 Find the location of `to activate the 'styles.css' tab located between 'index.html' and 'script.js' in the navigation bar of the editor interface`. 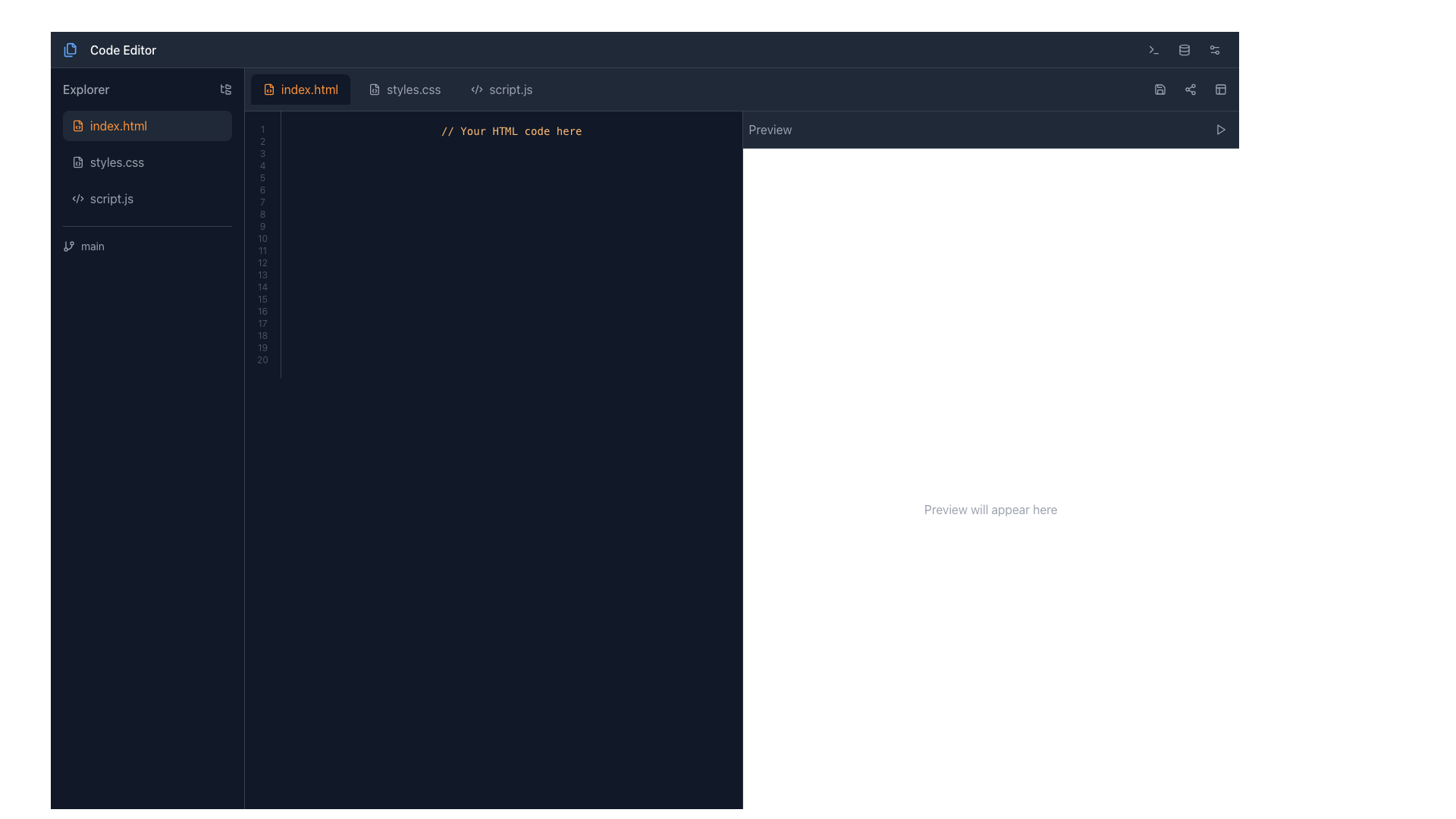

to activate the 'styles.css' tab located between 'index.html' and 'script.js' in the navigation bar of the editor interface is located at coordinates (404, 89).